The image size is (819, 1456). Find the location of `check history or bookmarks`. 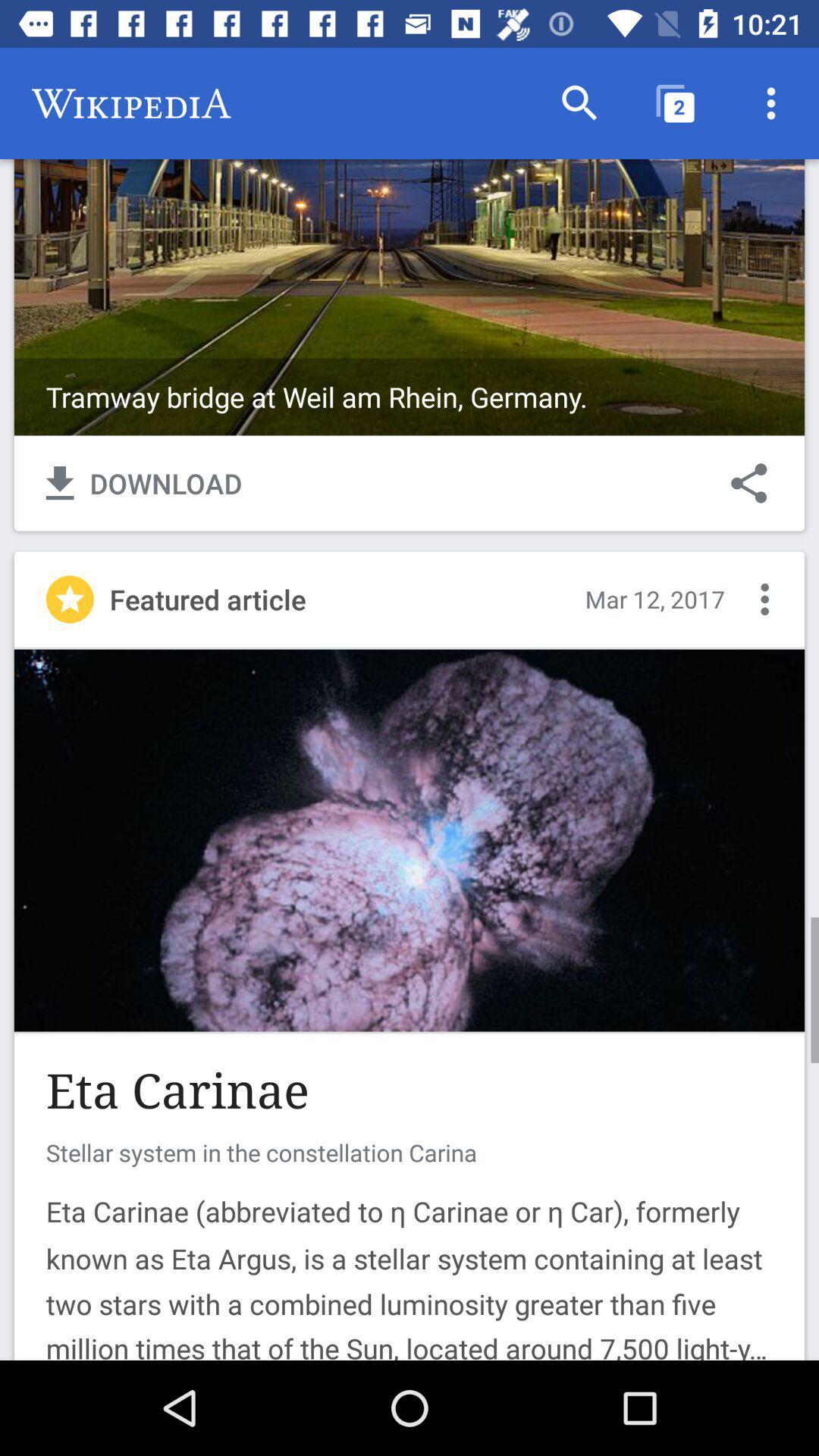

check history or bookmarks is located at coordinates (764, 598).